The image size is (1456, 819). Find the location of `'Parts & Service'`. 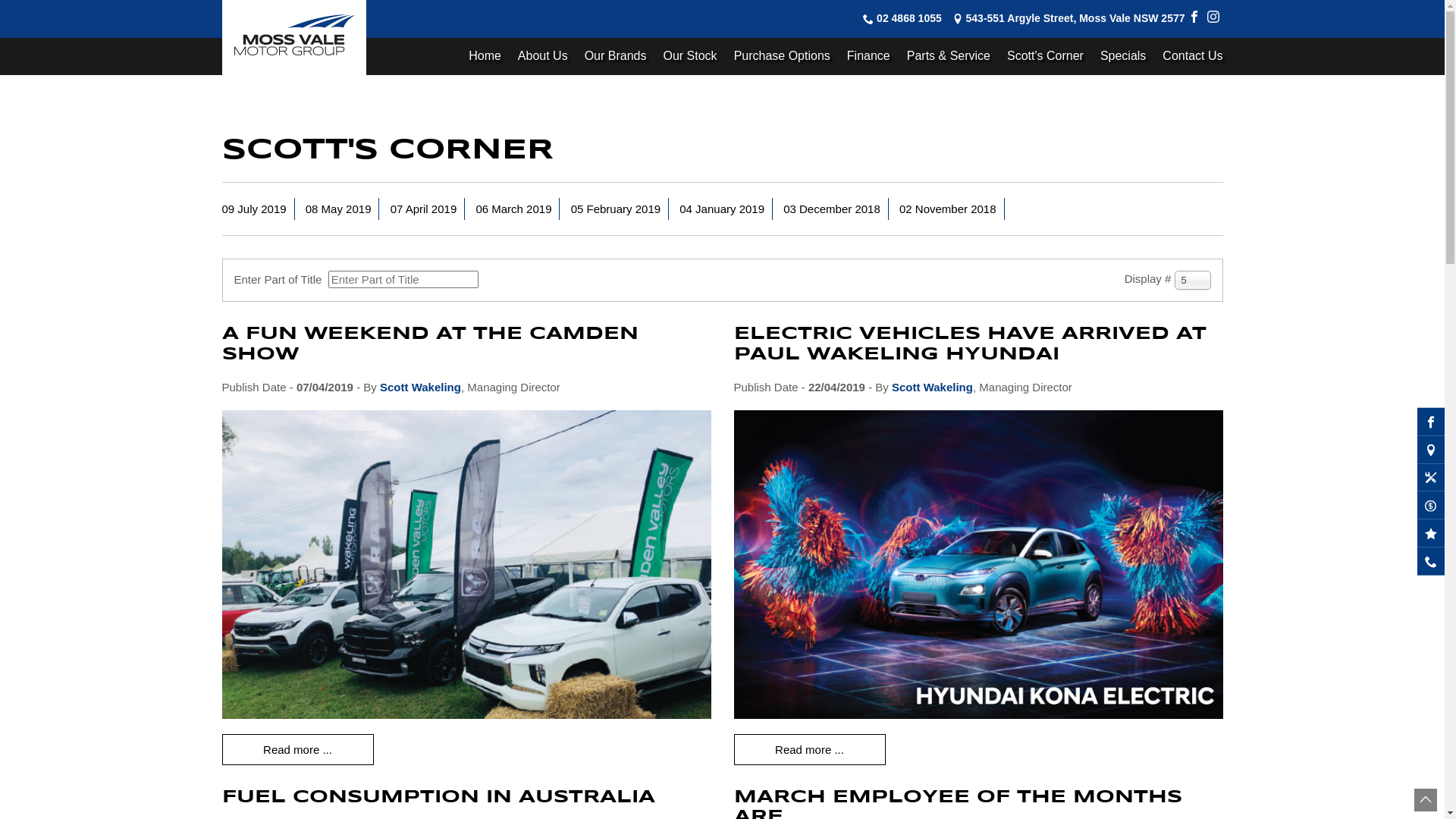

'Parts & Service' is located at coordinates (948, 55).